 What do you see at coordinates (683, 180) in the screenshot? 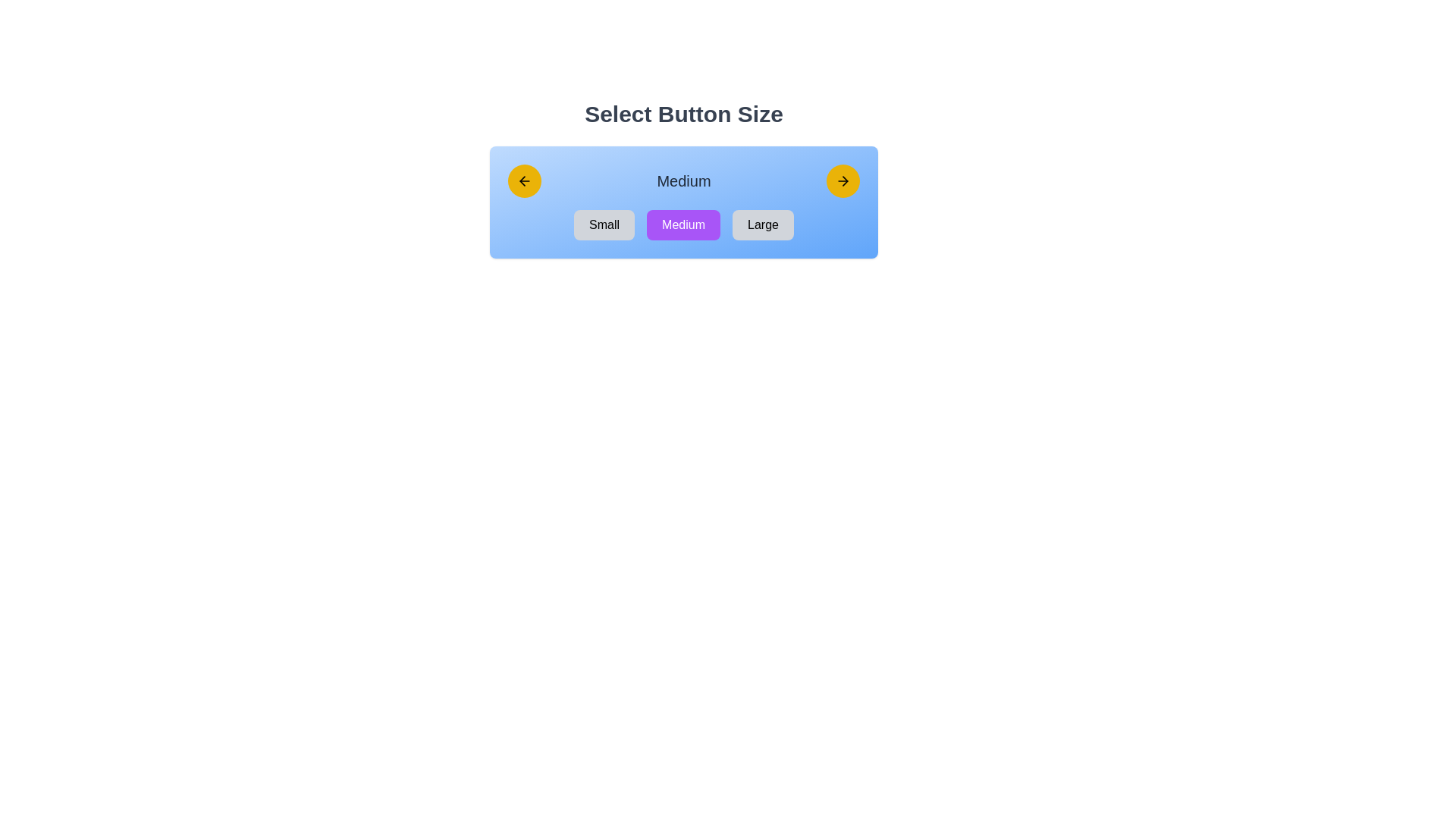
I see `the static text display element that reads 'Medium', which is styled in medium font size and gray color, located between two circular yellow buttons` at bounding box center [683, 180].